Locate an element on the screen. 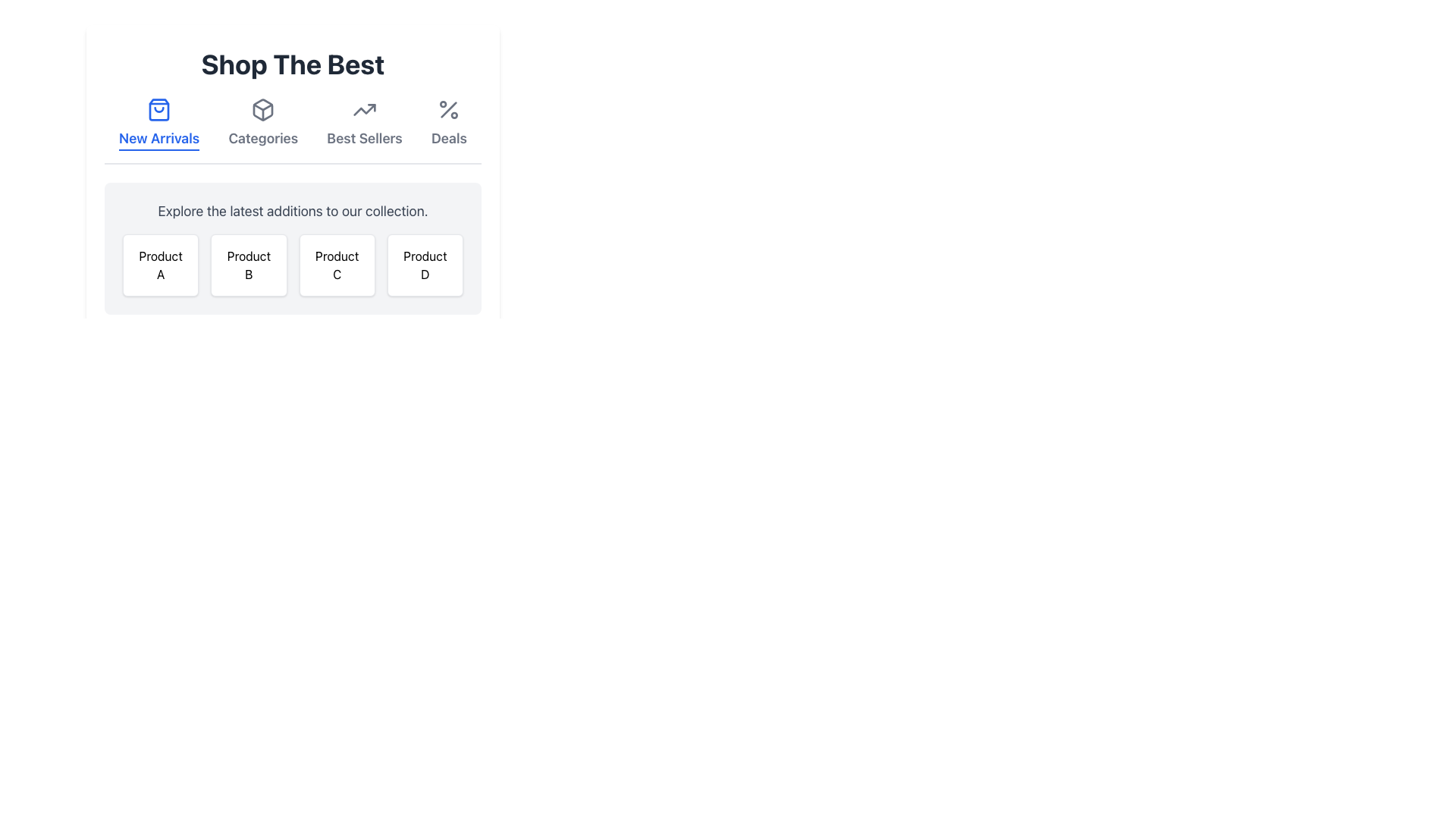 This screenshot has width=1456, height=819. the 'Deals' button in the navigation bar located at the top of the interface, next to 'Best Sellers' is located at coordinates (448, 124).